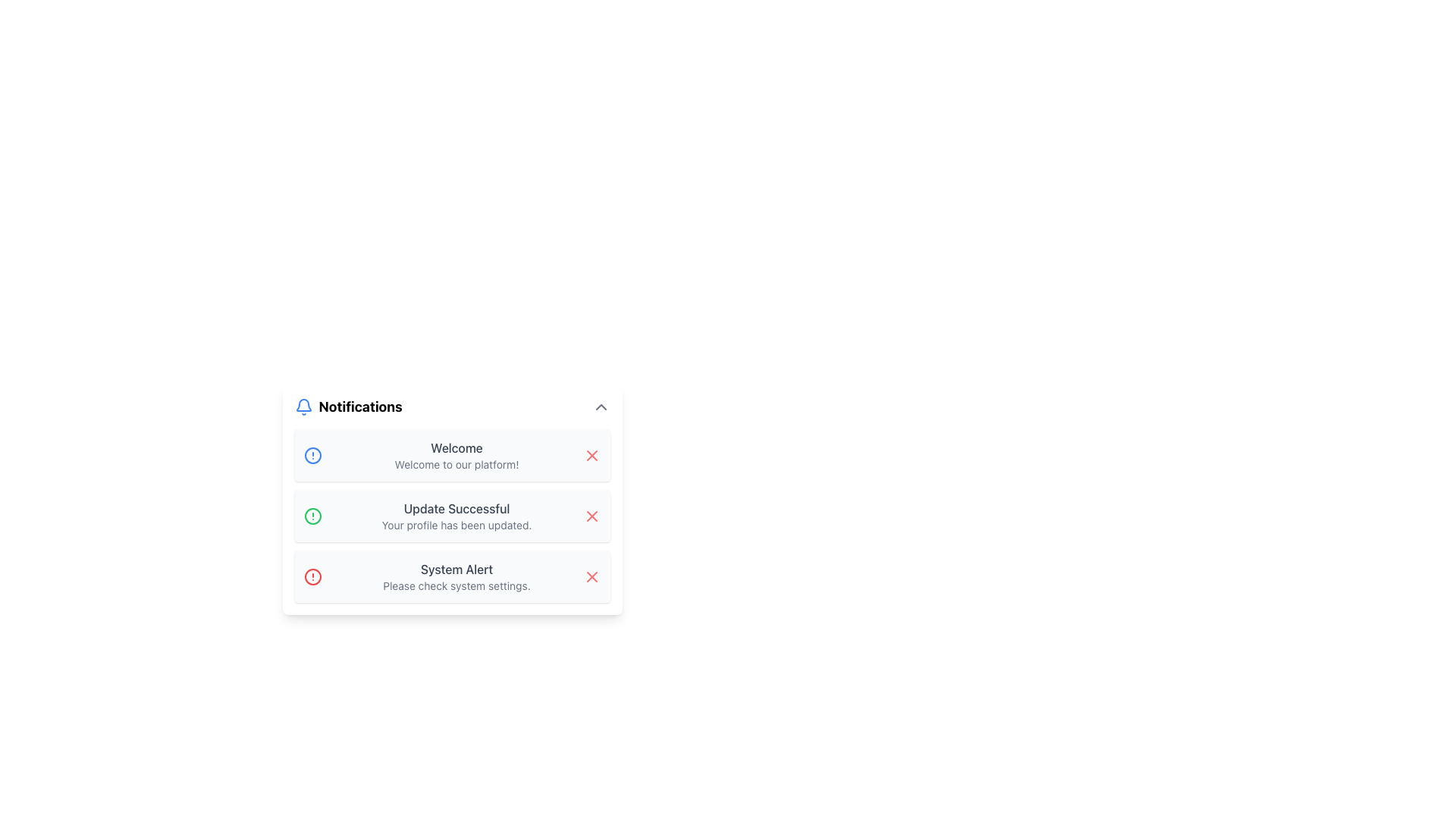  What do you see at coordinates (312, 455) in the screenshot?
I see `the circular blue-stroked warning icon located to the left of the 'Welcome' text in the notification card for more information` at bounding box center [312, 455].